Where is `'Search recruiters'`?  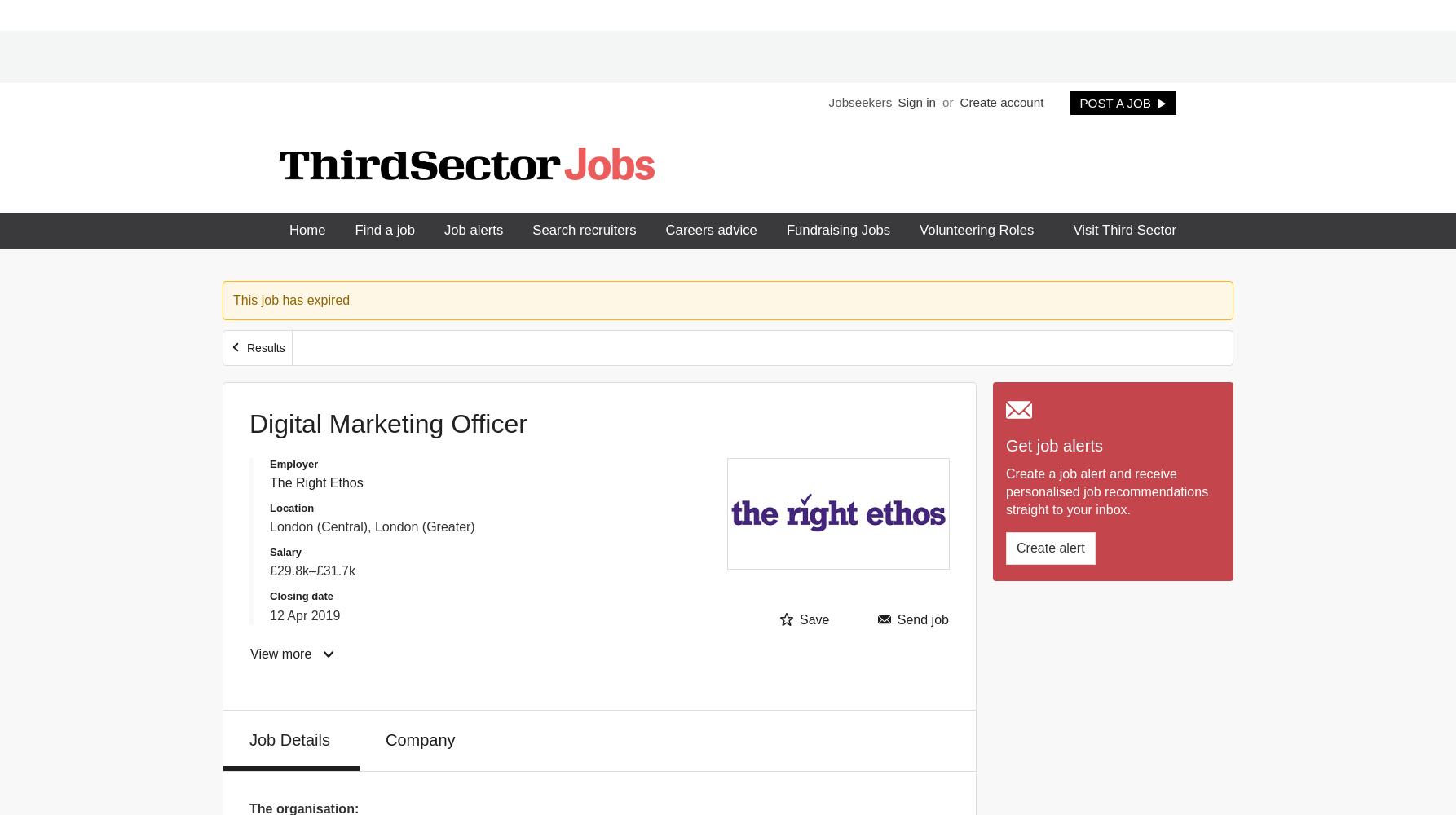 'Search recruiters' is located at coordinates (584, 230).